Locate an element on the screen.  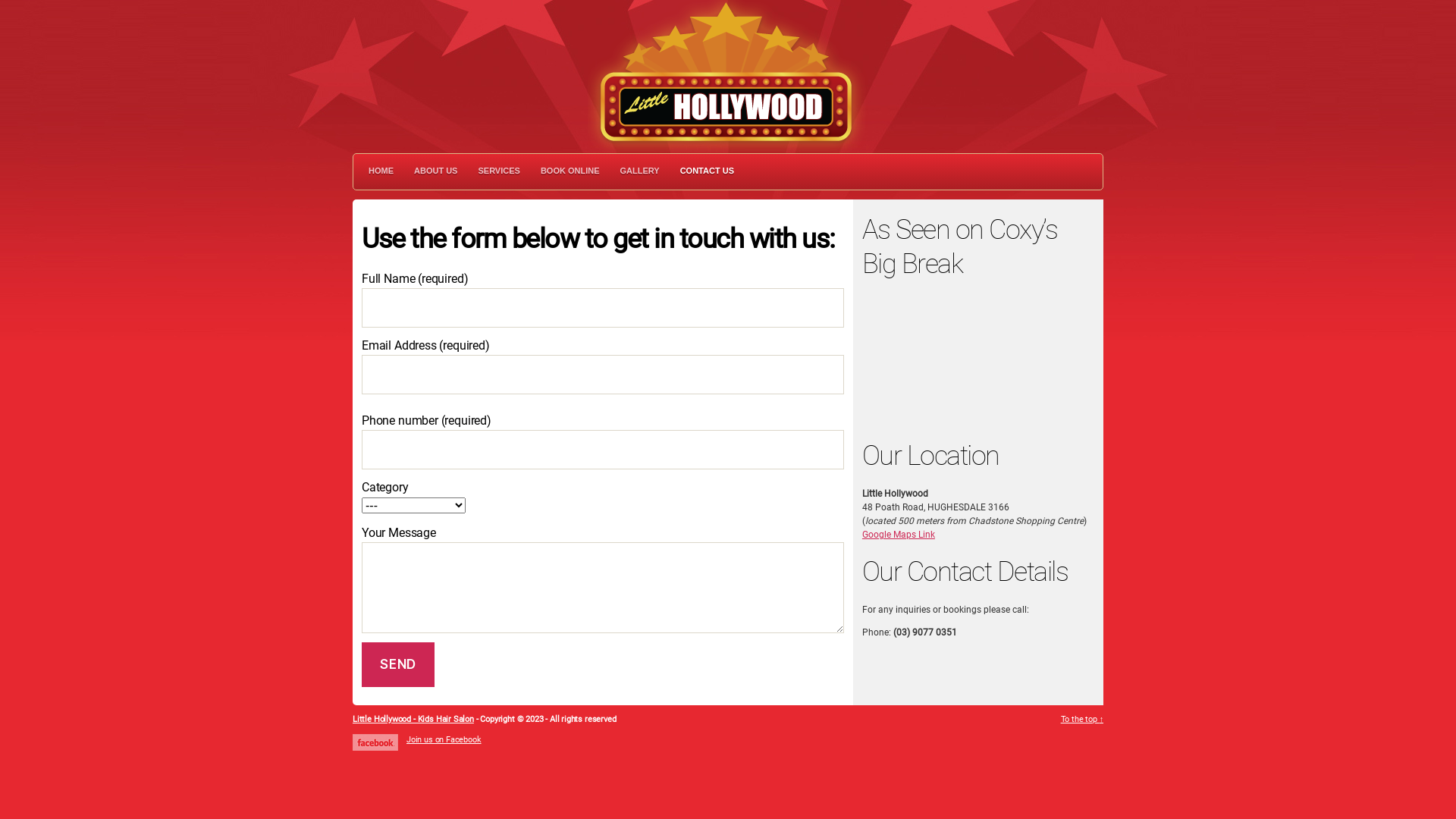
'HOME' is located at coordinates (381, 171).